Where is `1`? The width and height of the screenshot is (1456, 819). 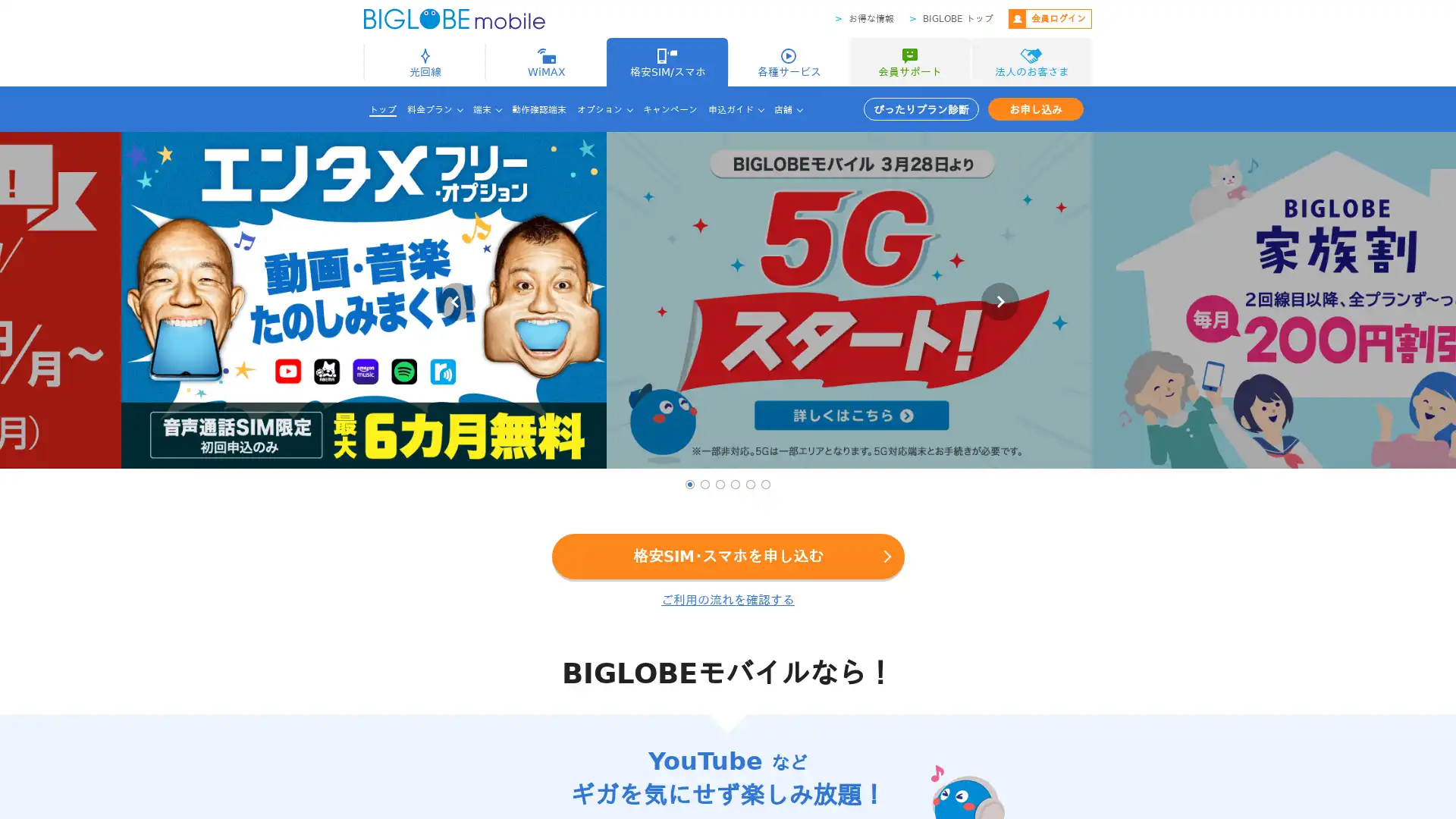 1 is located at coordinates (689, 485).